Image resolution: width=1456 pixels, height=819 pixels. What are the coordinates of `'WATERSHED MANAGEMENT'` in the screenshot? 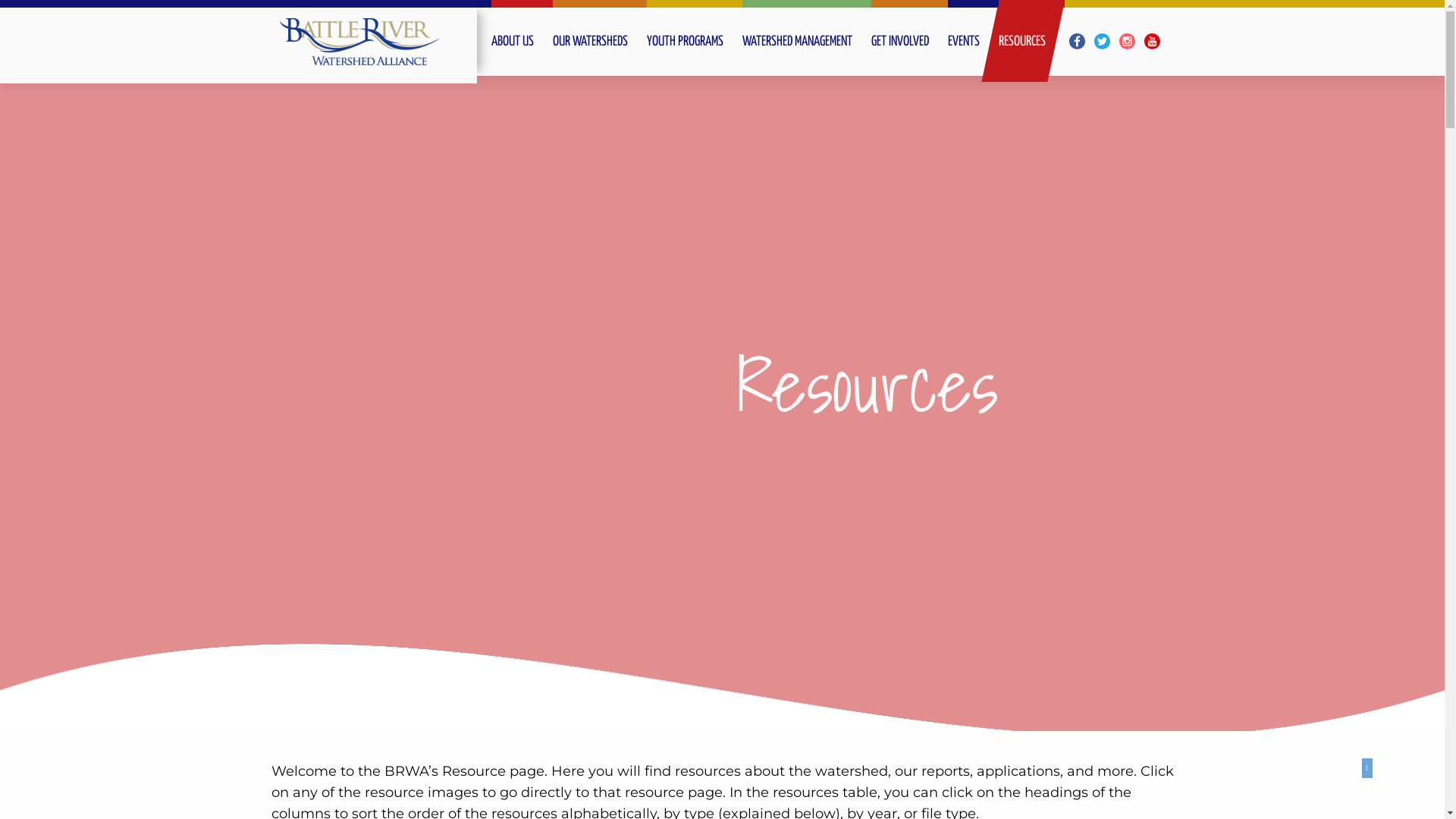 It's located at (742, 40).